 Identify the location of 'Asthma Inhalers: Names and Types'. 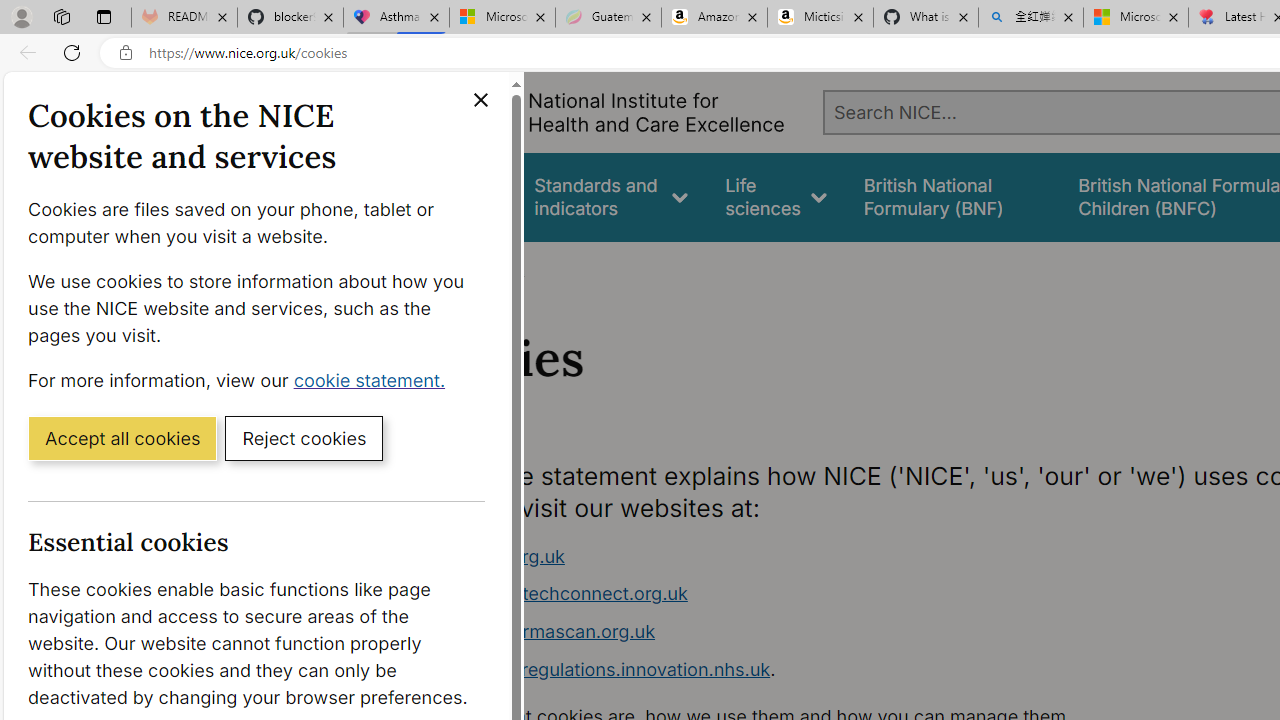
(396, 17).